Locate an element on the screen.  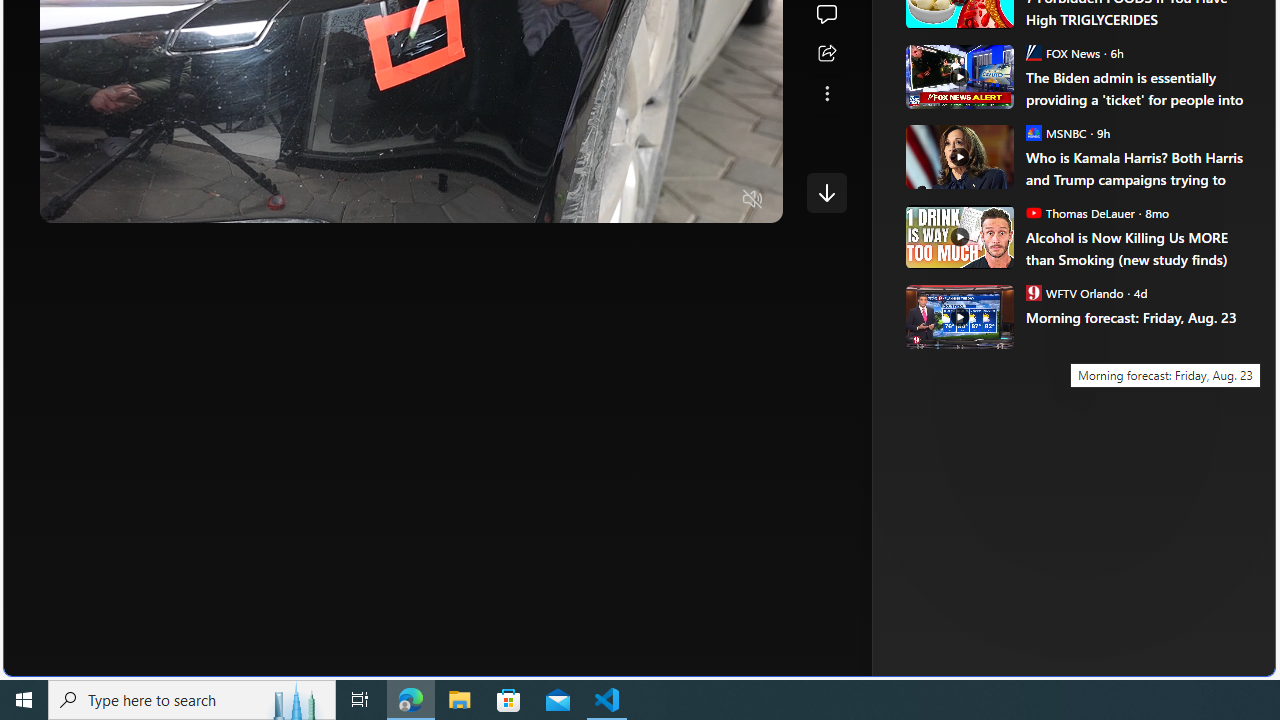
'FOX News' is located at coordinates (1033, 51).